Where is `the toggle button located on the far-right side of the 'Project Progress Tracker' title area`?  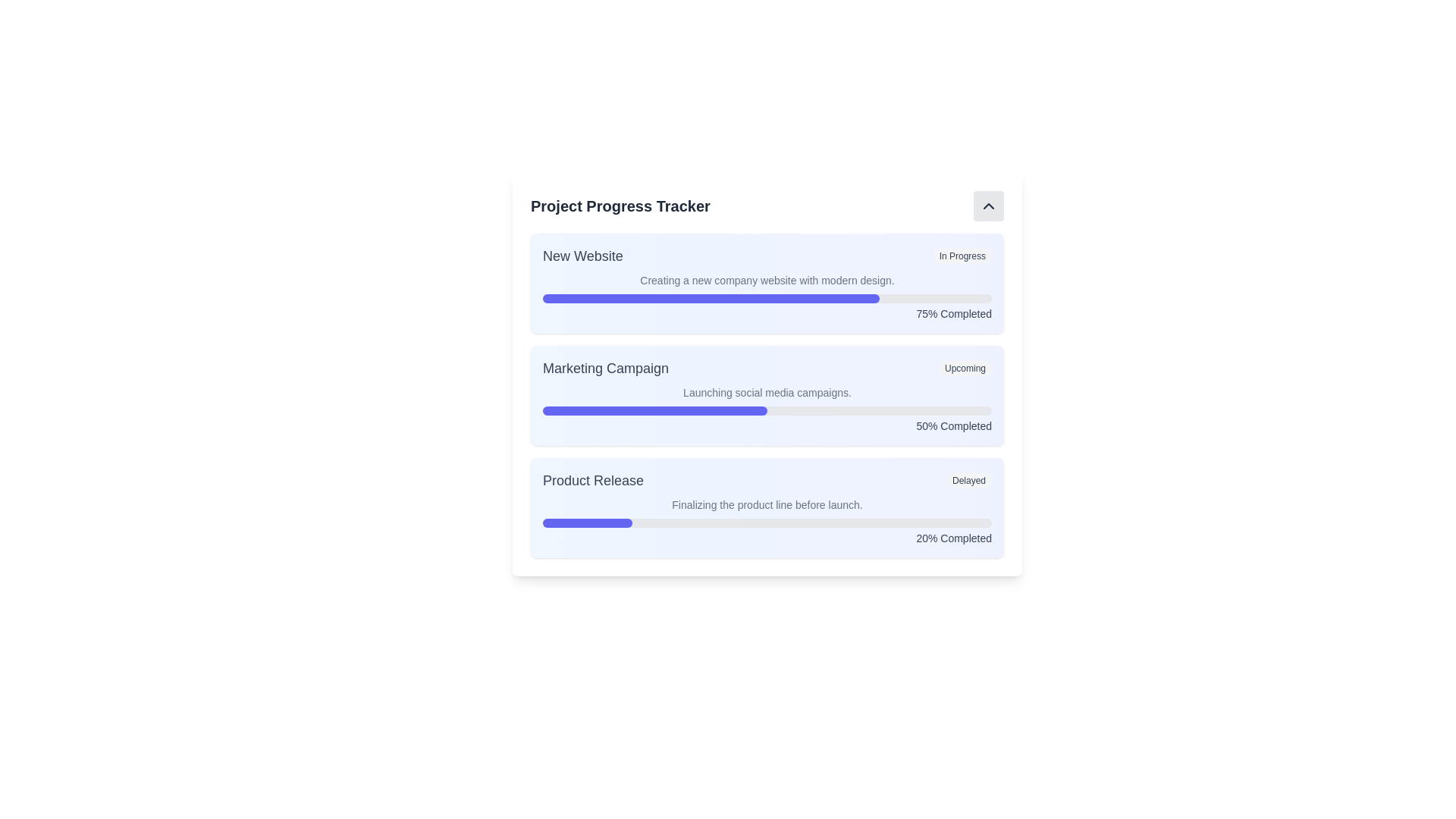 the toggle button located on the far-right side of the 'Project Progress Tracker' title area is located at coordinates (989, 206).